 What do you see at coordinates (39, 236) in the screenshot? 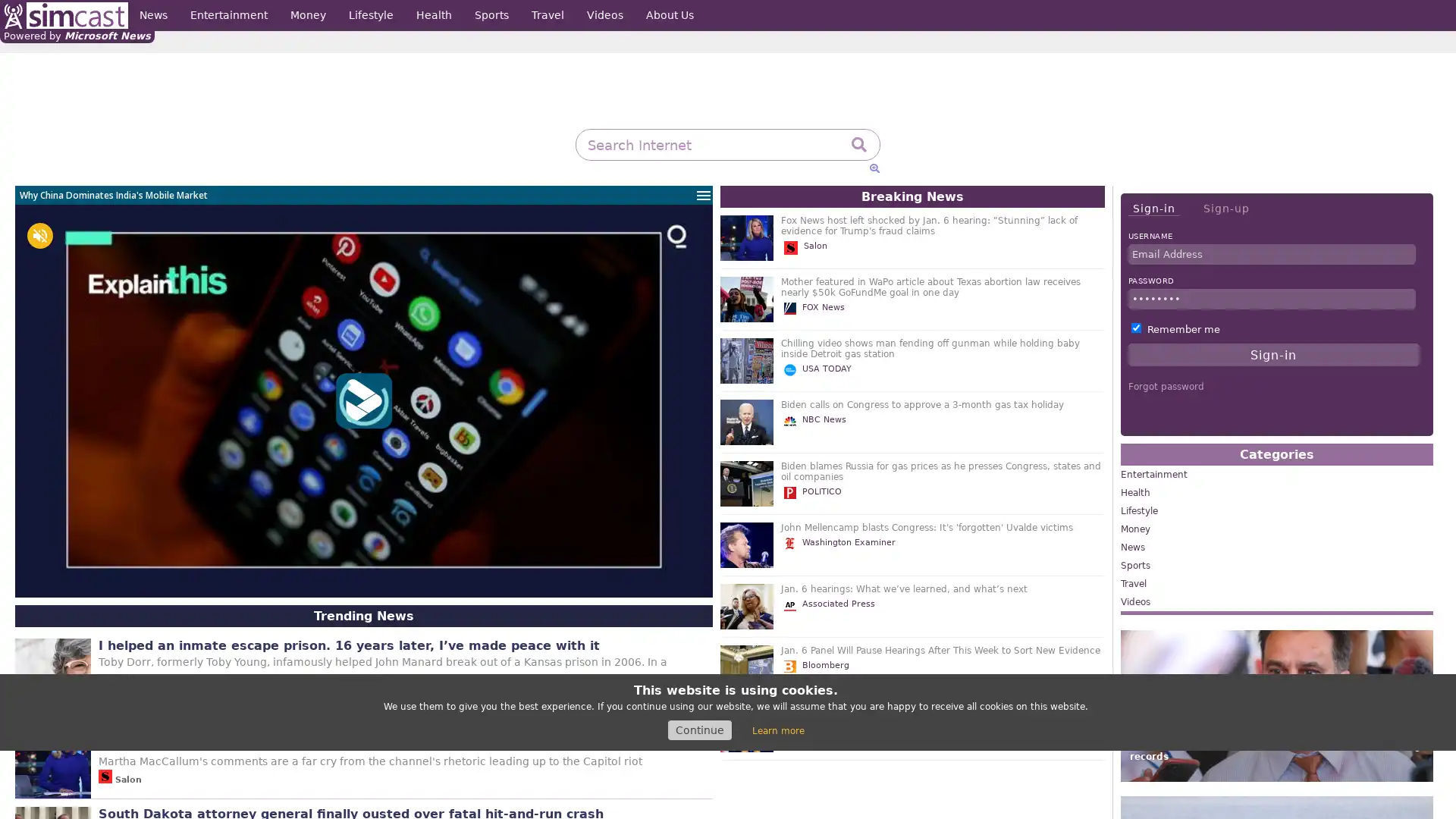
I see `volume_offvolume_up` at bounding box center [39, 236].